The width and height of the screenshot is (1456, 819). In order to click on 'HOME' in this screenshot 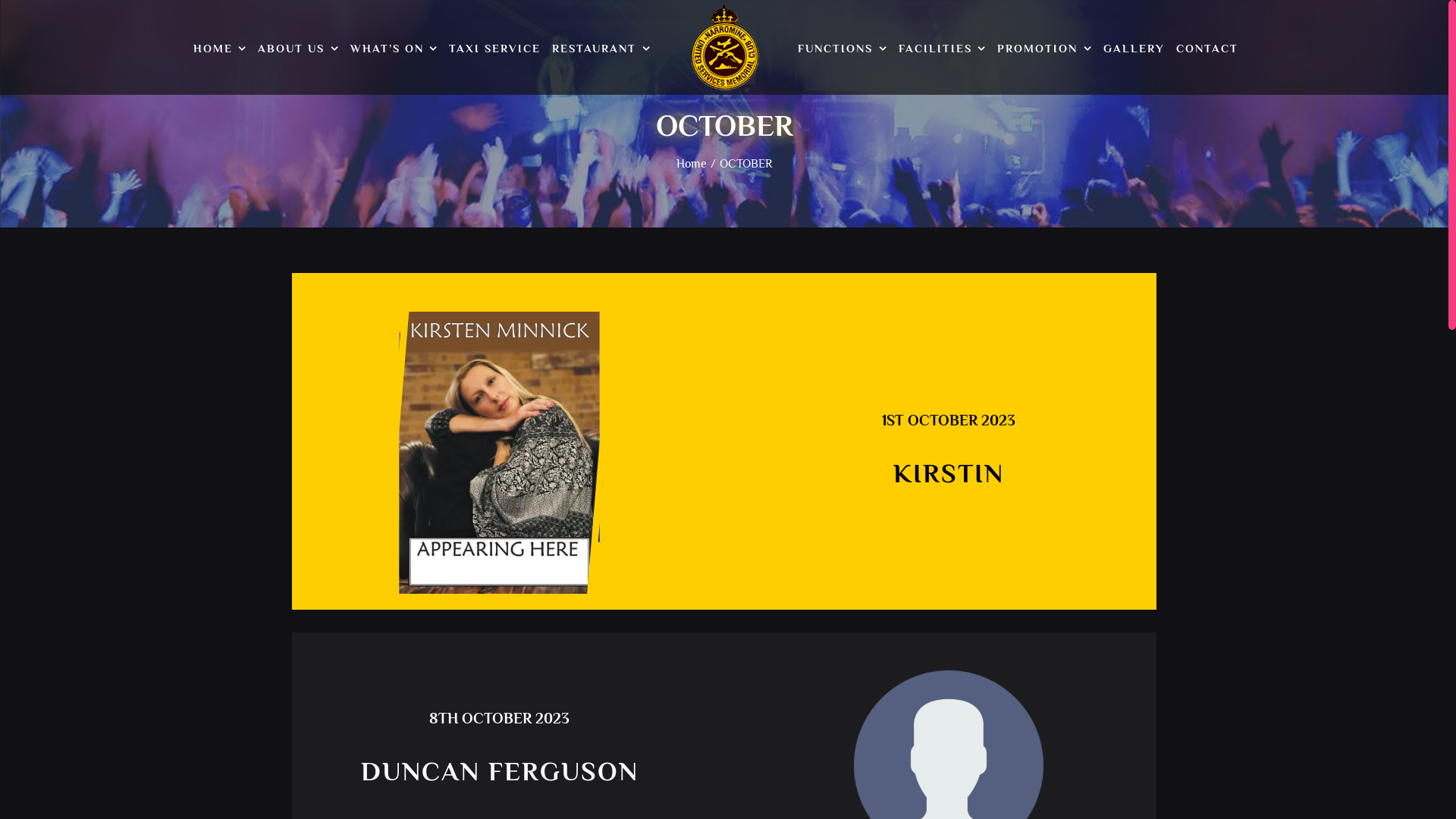, I will do `click(219, 49)`.